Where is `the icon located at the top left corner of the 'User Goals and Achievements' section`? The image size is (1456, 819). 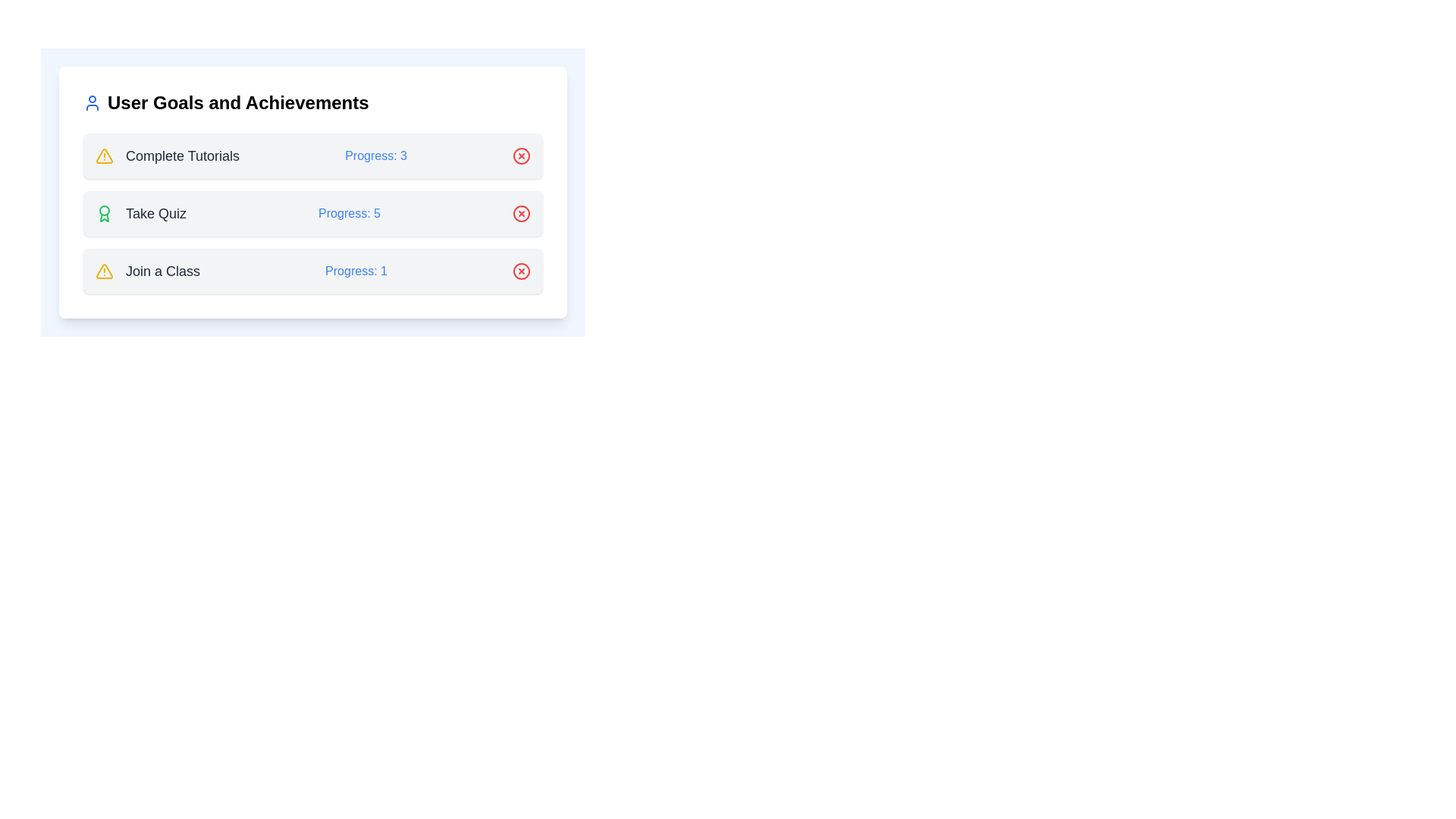
the icon located at the top left corner of the 'User Goals and Achievements' section is located at coordinates (91, 102).